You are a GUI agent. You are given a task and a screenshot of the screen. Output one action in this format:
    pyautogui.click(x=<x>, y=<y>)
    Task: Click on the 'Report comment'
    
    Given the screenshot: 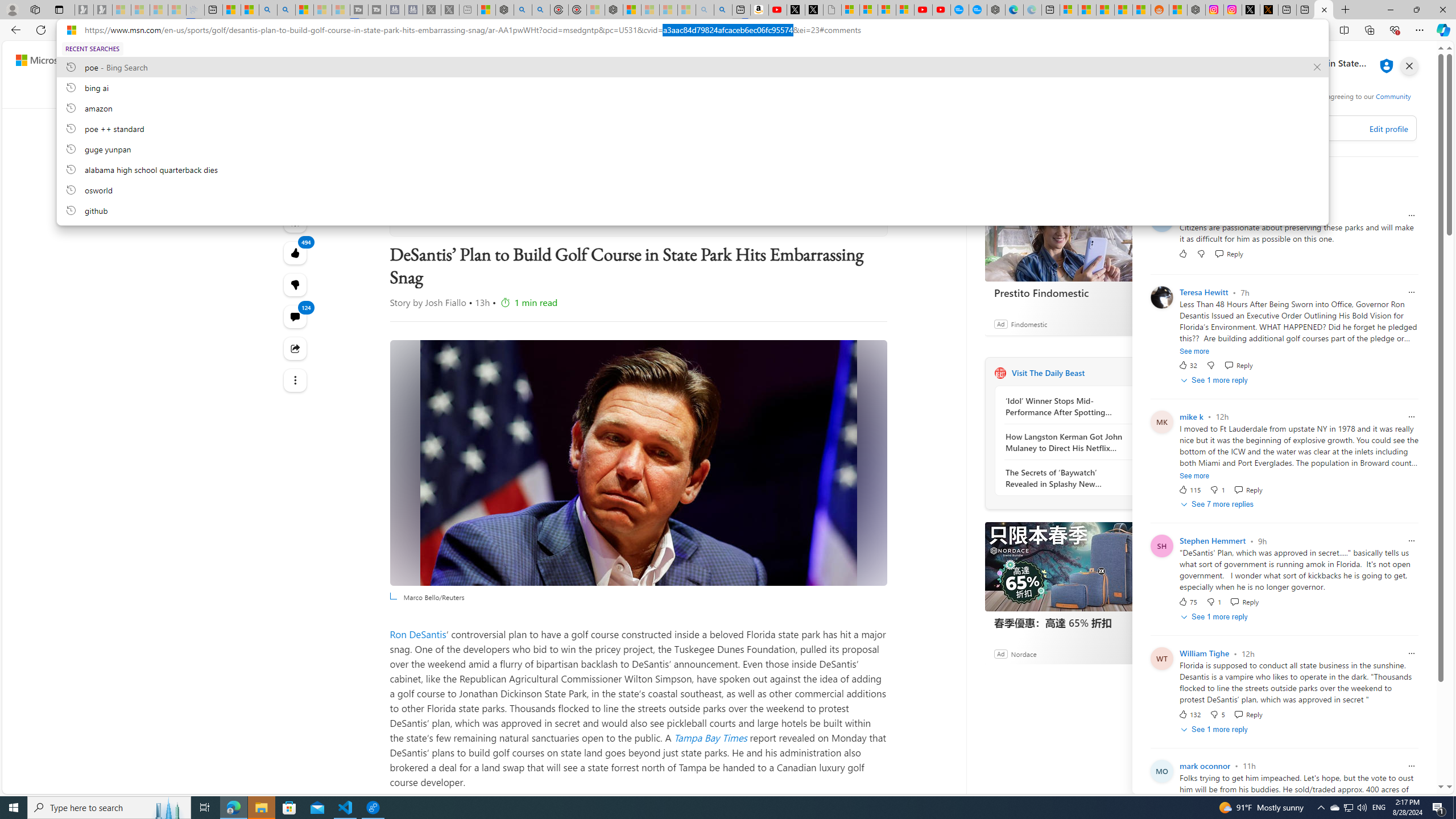 What is the action you would take?
    pyautogui.click(x=1410, y=765)
    